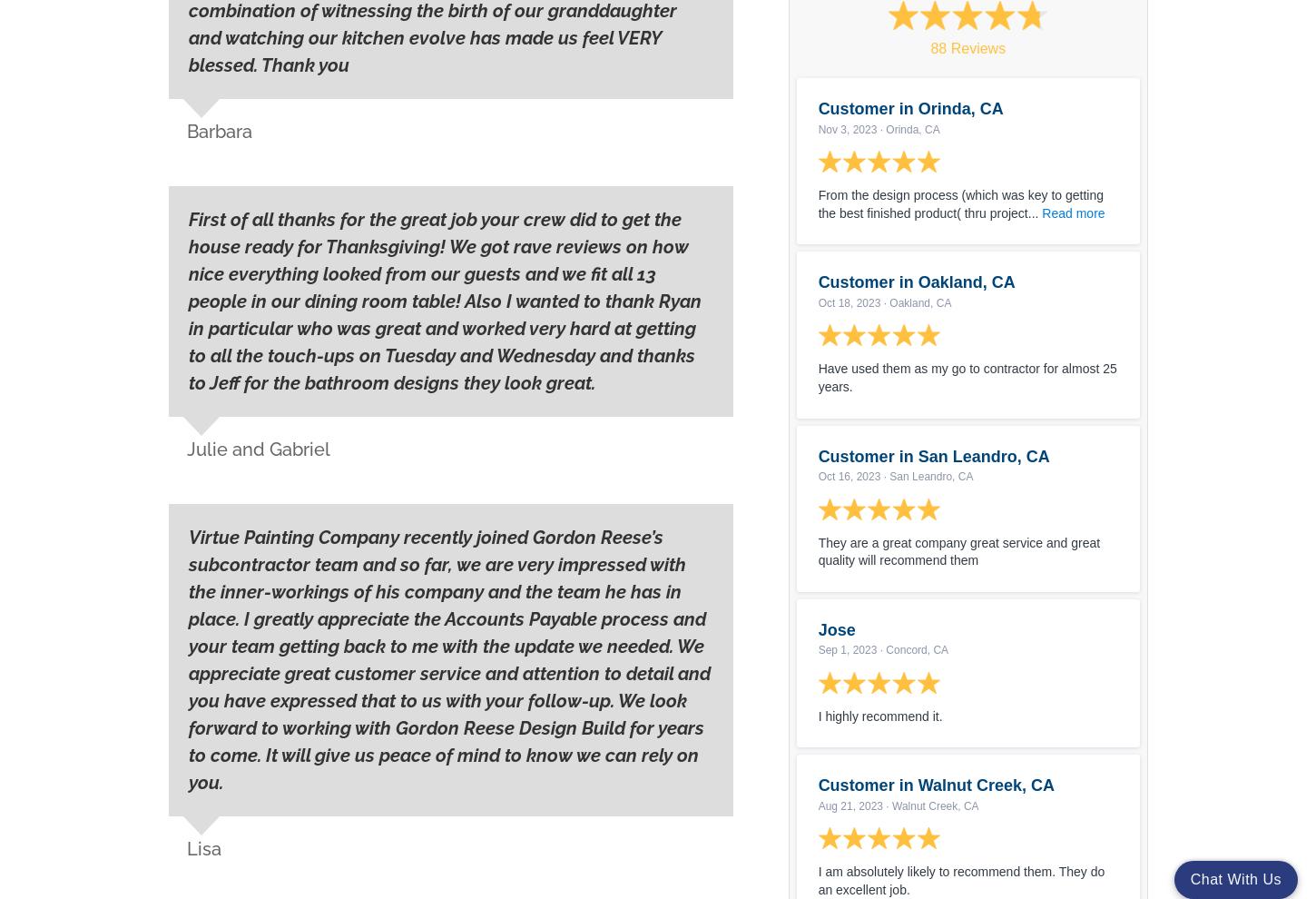  Describe the element at coordinates (960, 880) in the screenshot. I see `'I am absolutely likely to recommend them. They do an excellent job.'` at that location.